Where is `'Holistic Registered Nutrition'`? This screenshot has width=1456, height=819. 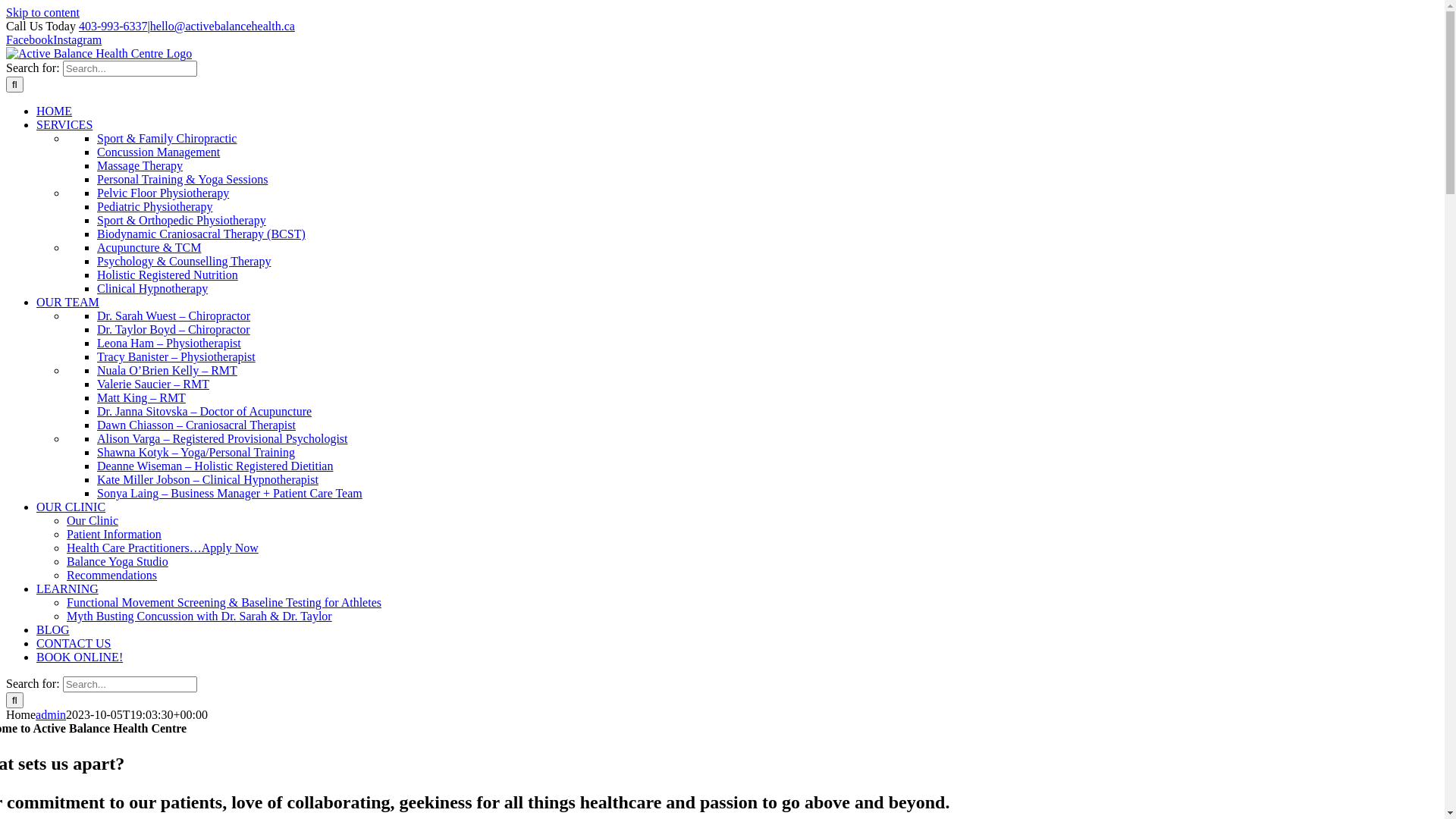
'Holistic Registered Nutrition' is located at coordinates (96, 275).